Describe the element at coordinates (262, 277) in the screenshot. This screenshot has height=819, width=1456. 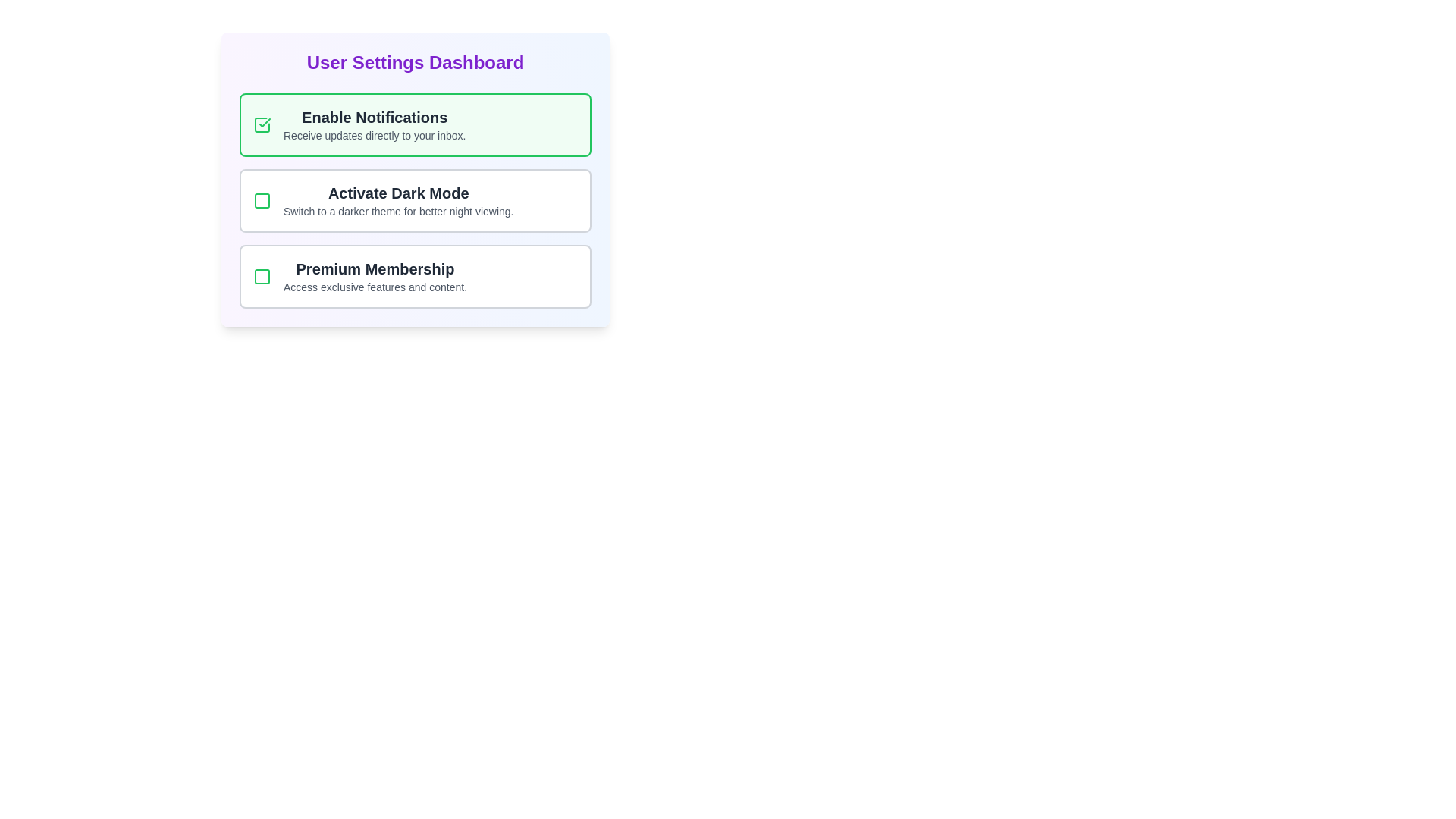
I see `the inner rectangular shape inside the square icon associated with the 'Premium Membership' row, positioned in the third row of the interface` at that location.